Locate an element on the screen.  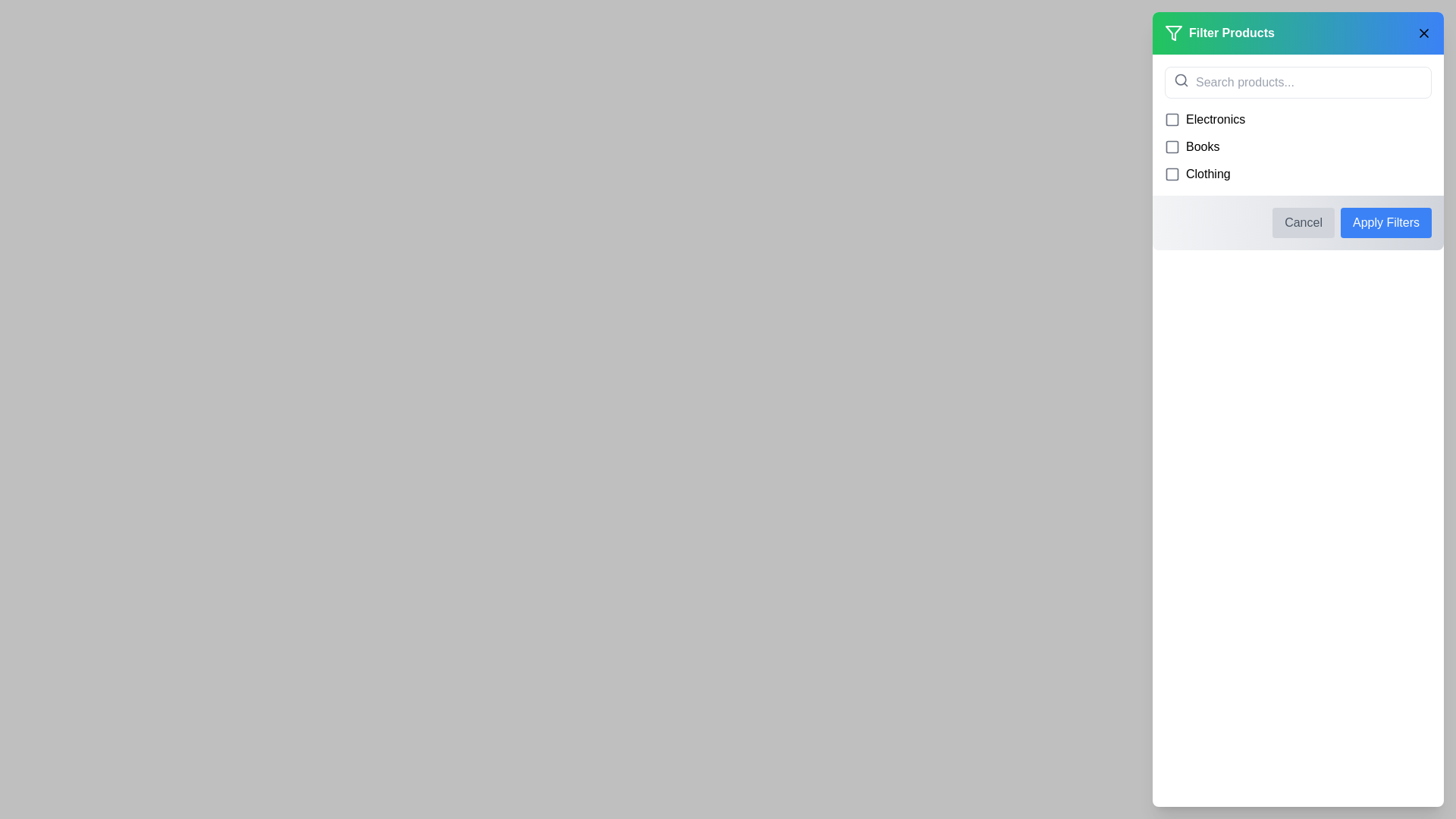
the checkbox labeled 'Electronics' is located at coordinates (1171, 119).